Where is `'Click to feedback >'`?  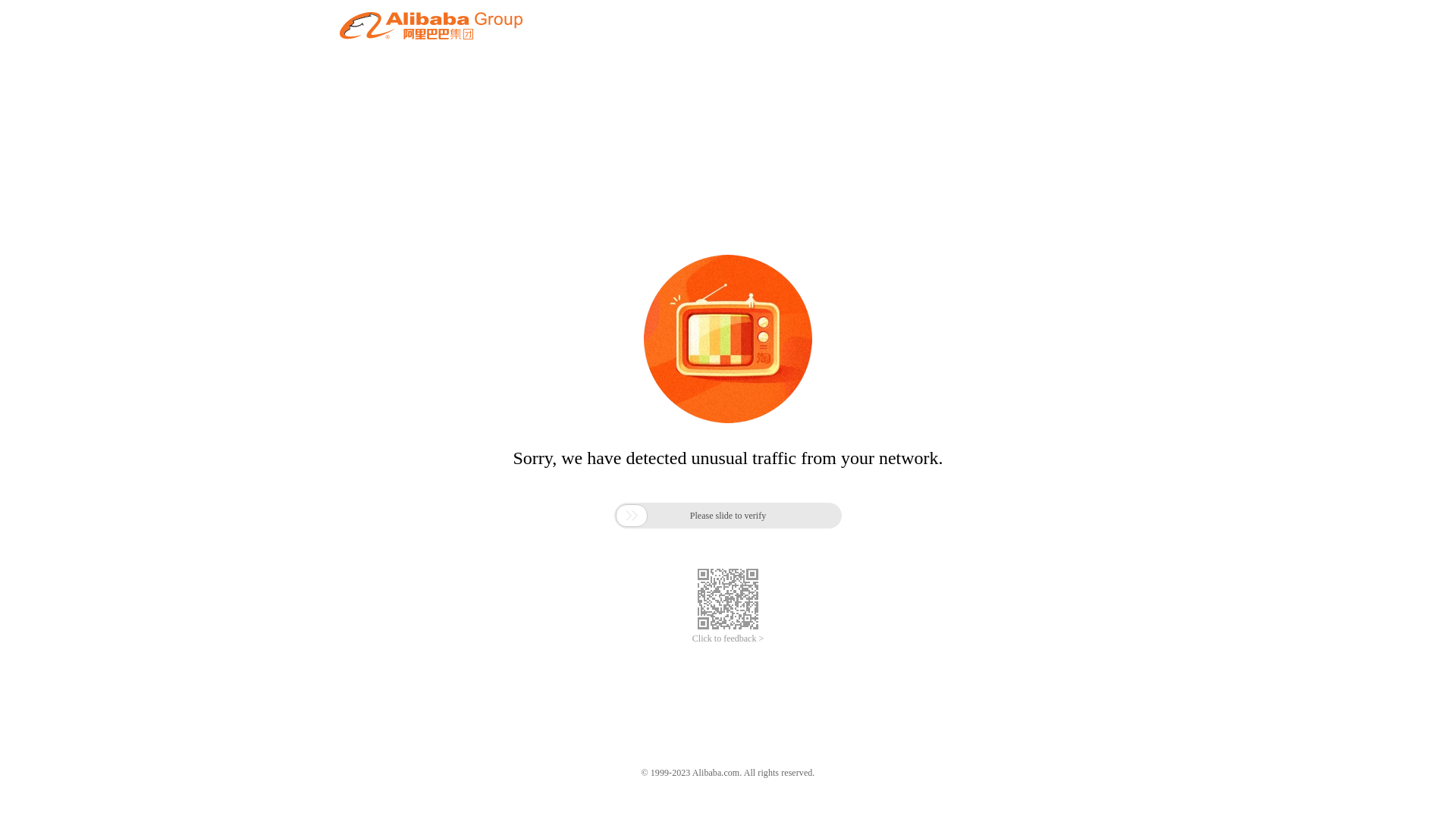
'Click to feedback >' is located at coordinates (728, 639).